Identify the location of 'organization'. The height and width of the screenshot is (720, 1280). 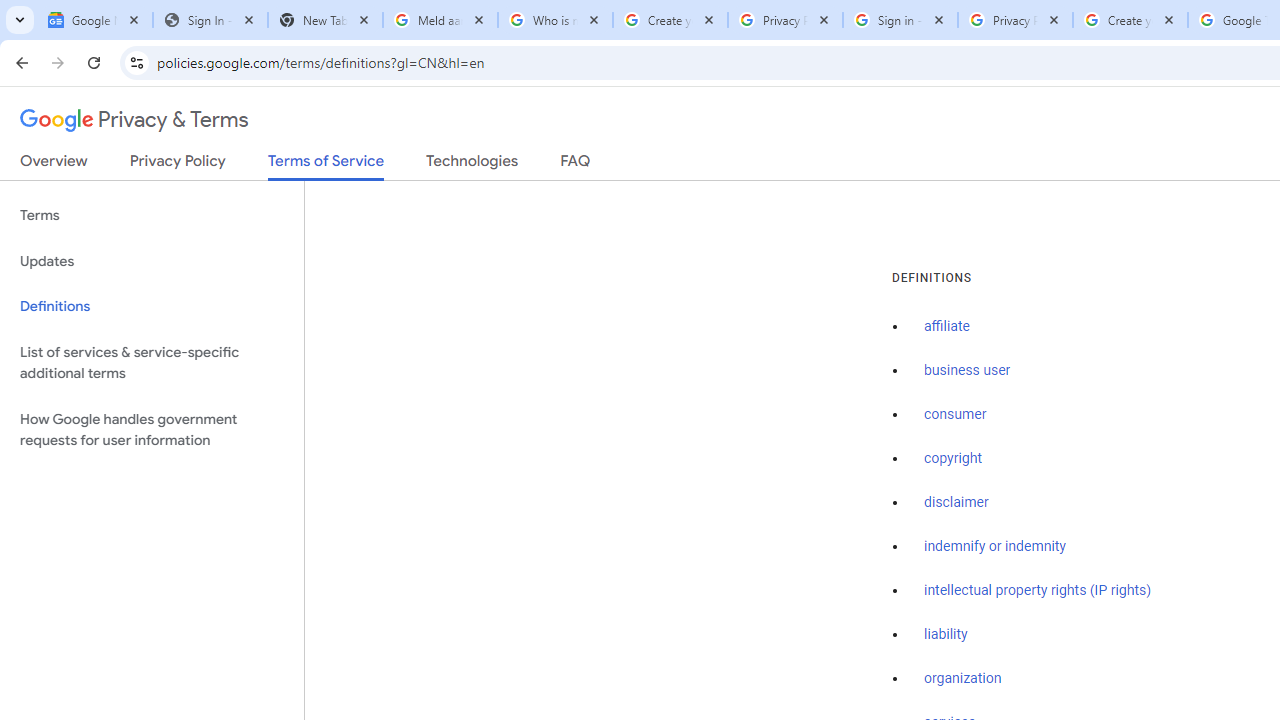
(963, 678).